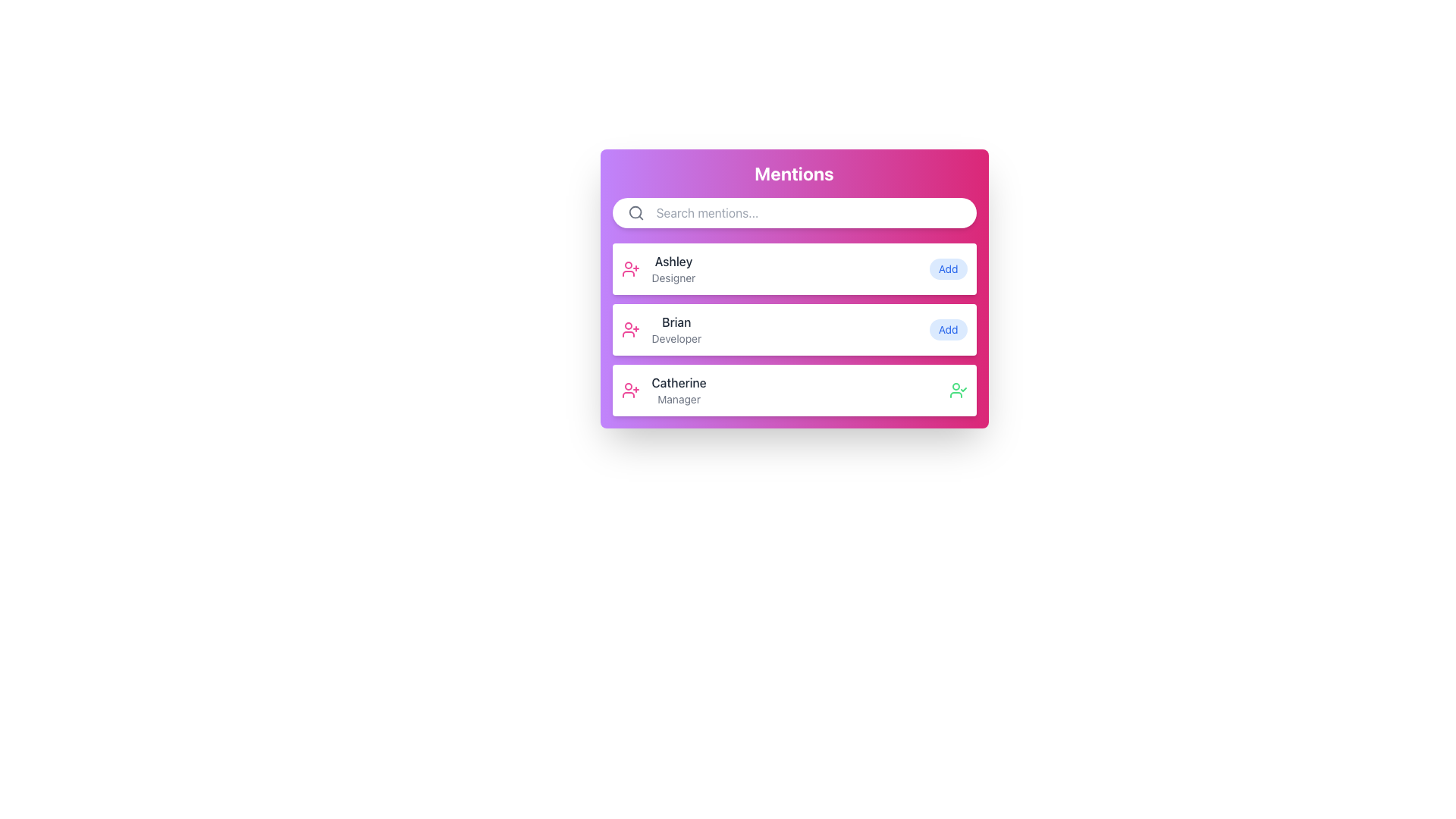 This screenshot has width=1456, height=819. I want to click on the text label identifying 'Catherine' as 'Manager', located in the third row of the list in the 'Mentions' interface, directly below the name 'Catherine', so click(678, 399).